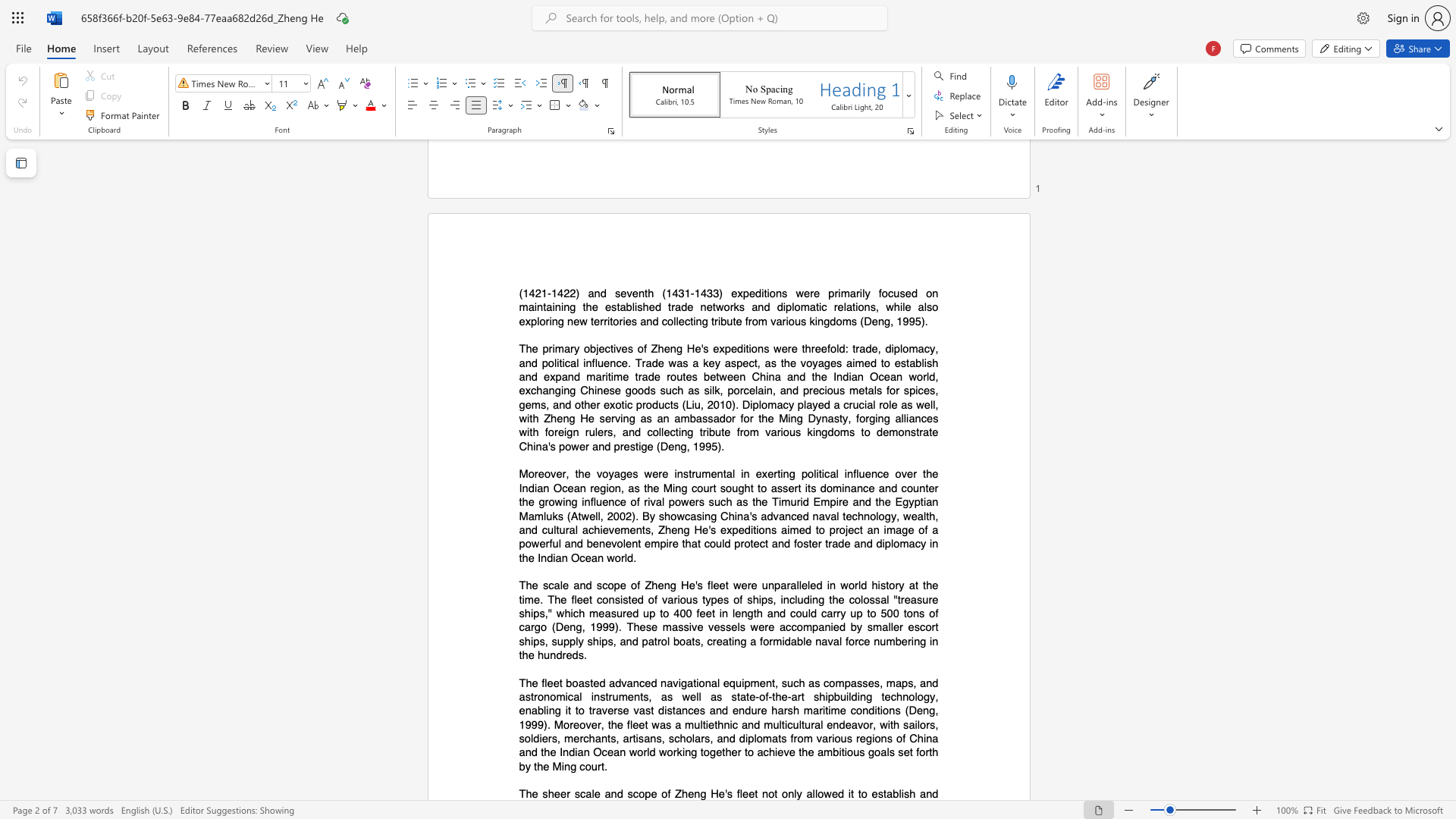 The width and height of the screenshot is (1456, 819). I want to click on the space between the continuous character "o" and "f" in the text, so click(667, 793).